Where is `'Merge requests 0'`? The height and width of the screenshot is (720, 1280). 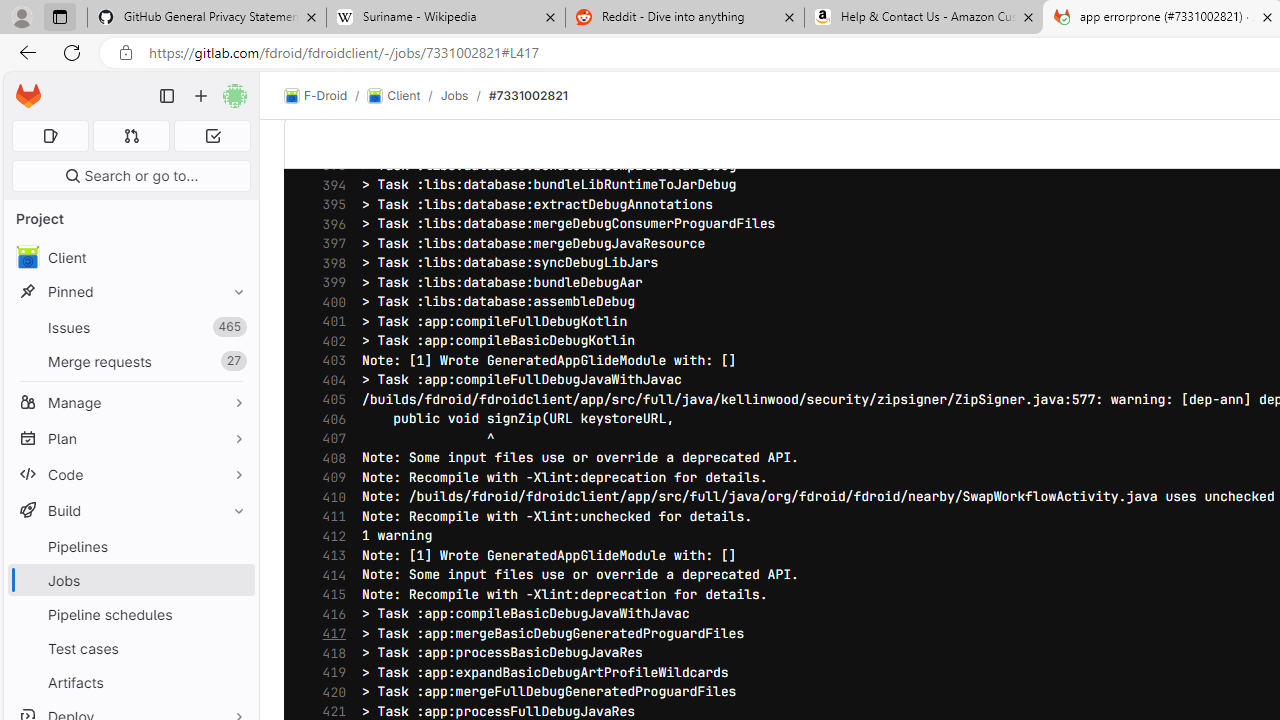 'Merge requests 0' is located at coordinates (130, 135).